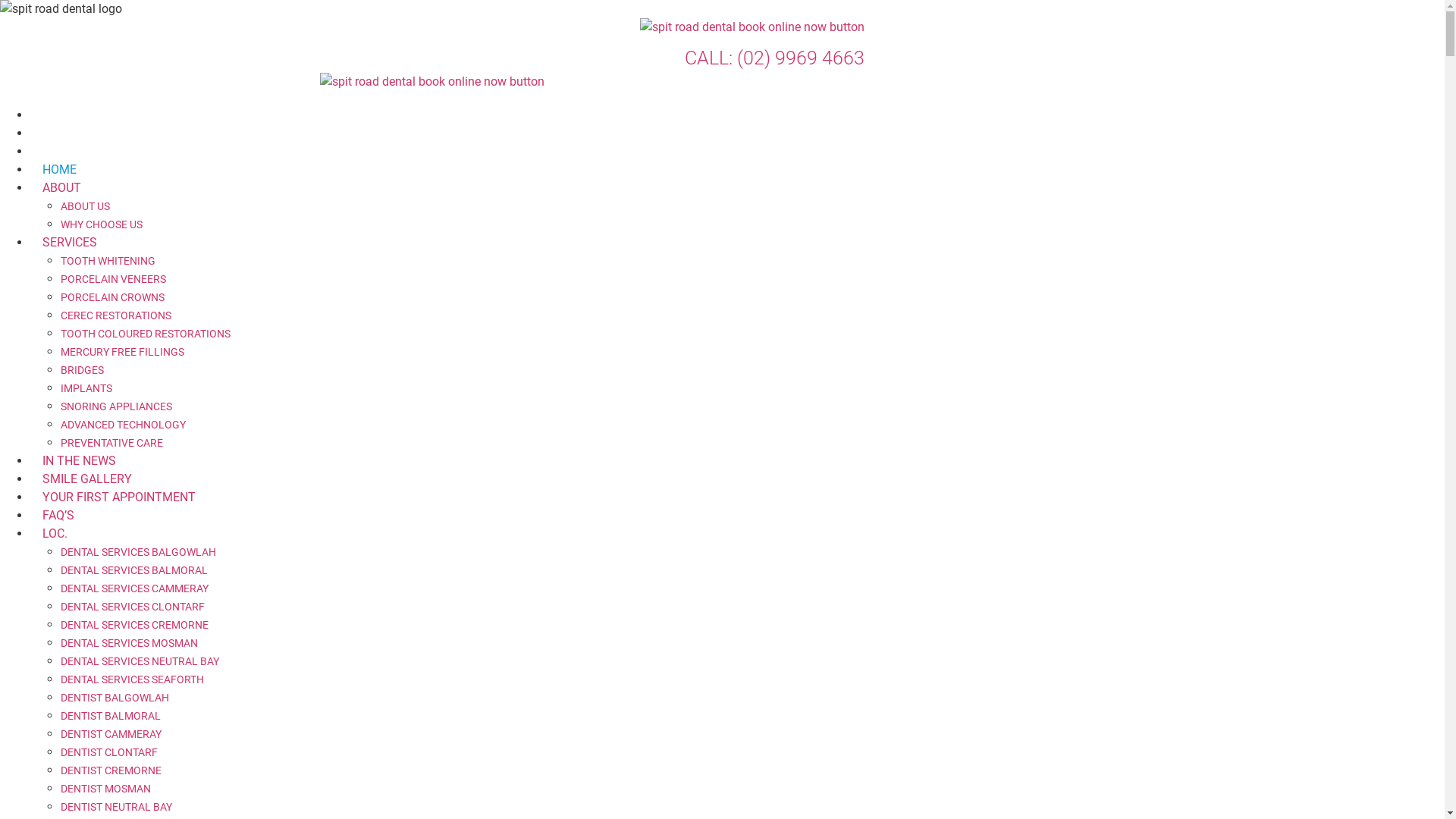 The height and width of the screenshot is (819, 1456). Describe the element at coordinates (110, 733) in the screenshot. I see `'DENTIST CAMMERAY'` at that location.